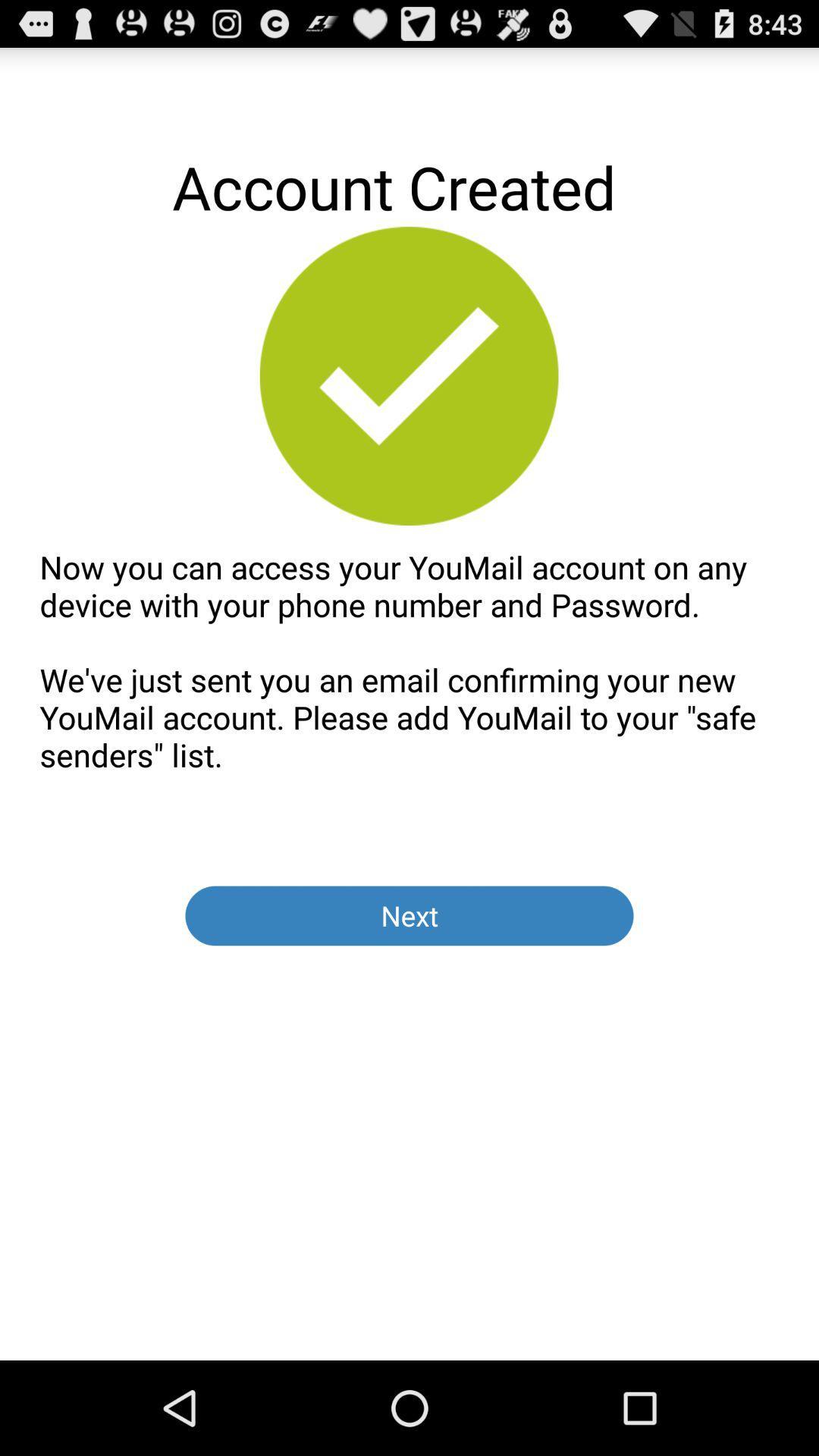  Describe the element at coordinates (409, 915) in the screenshot. I see `app below now you can item` at that location.